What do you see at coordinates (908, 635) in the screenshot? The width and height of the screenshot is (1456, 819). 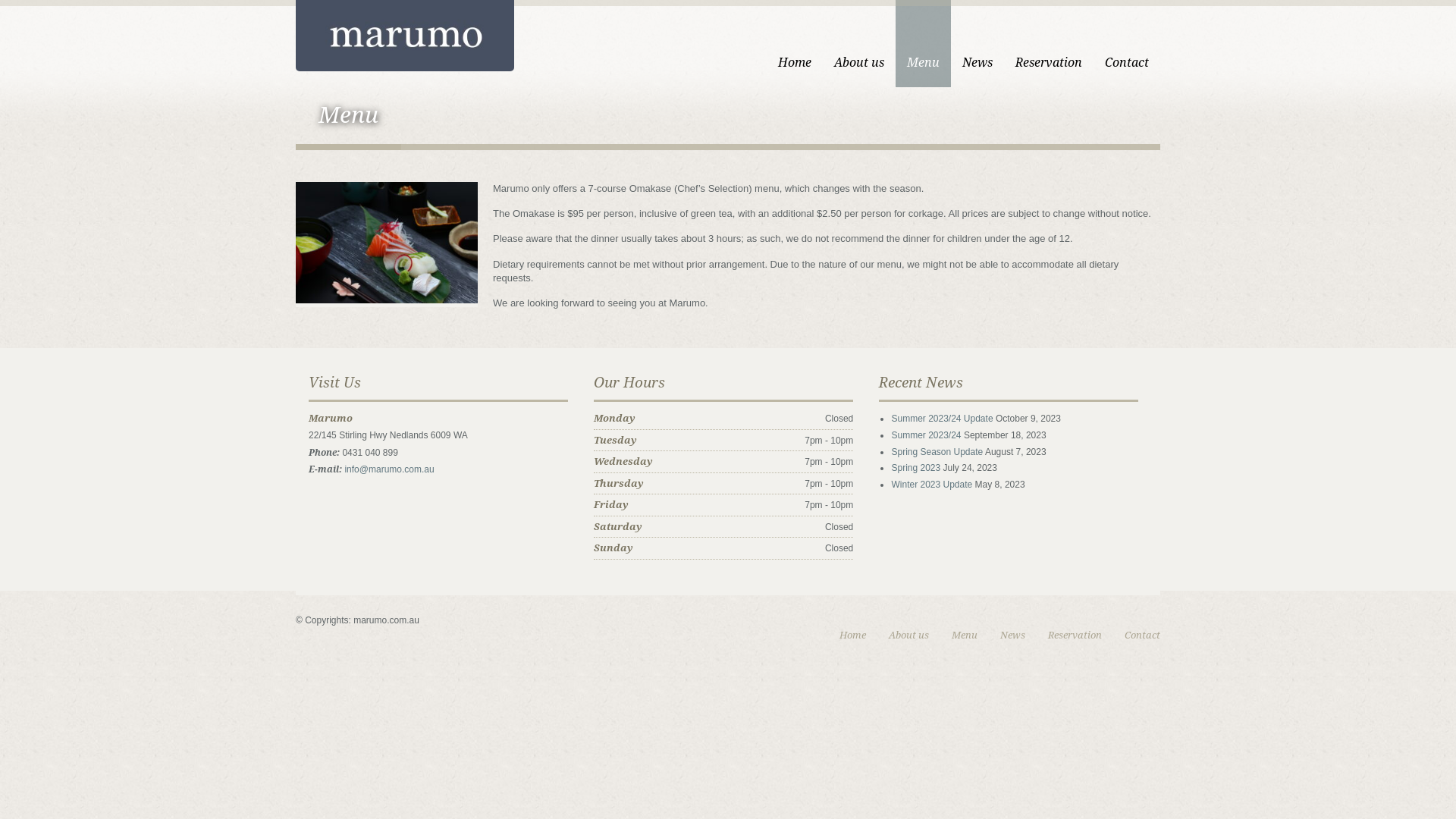 I see `'About us'` at bounding box center [908, 635].